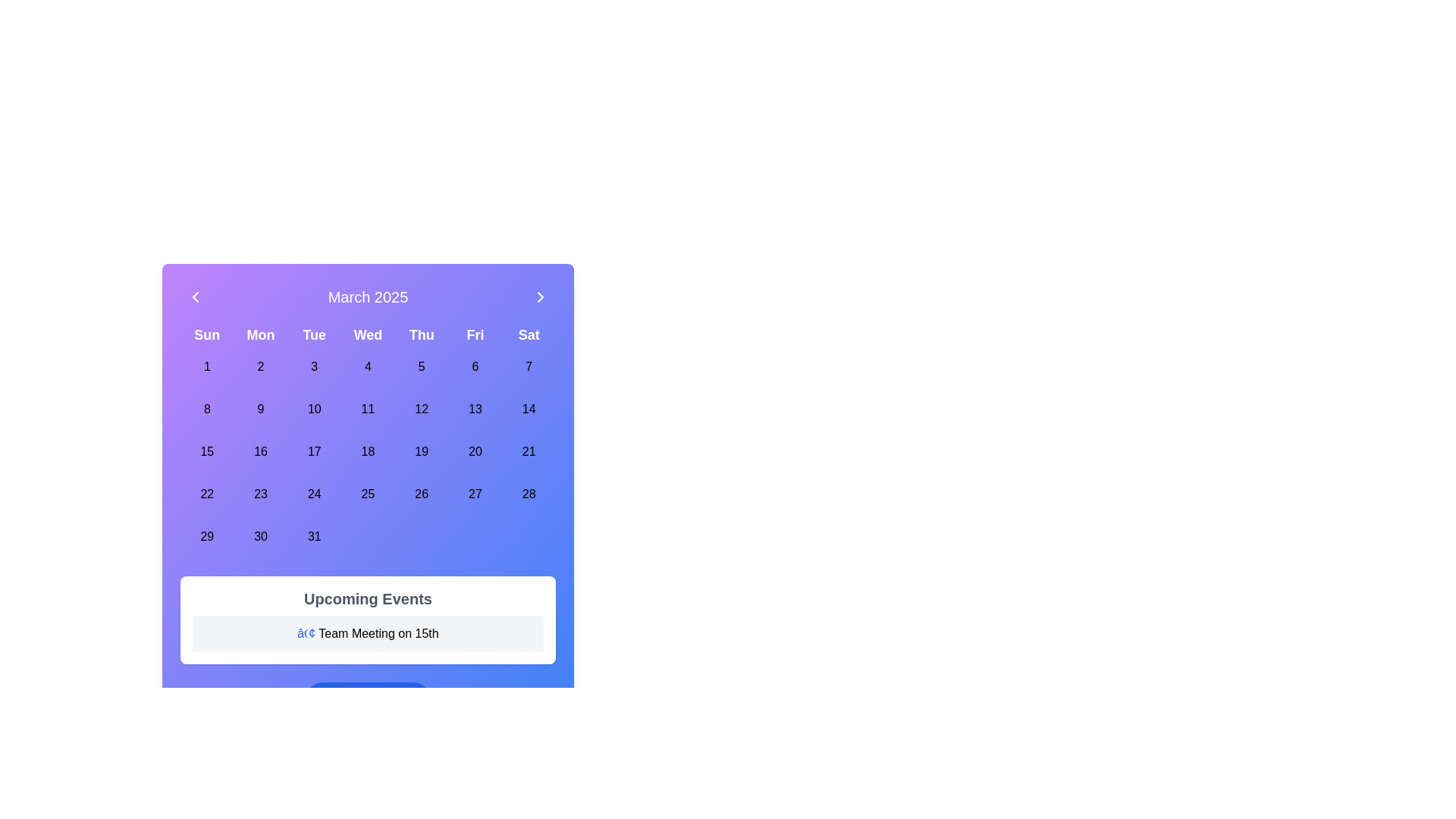  What do you see at coordinates (261, 334) in the screenshot?
I see `the 'Monday' label in the calendar view, which is the second item in the row of weekday labels, located between 'Sun' and 'Tue'` at bounding box center [261, 334].